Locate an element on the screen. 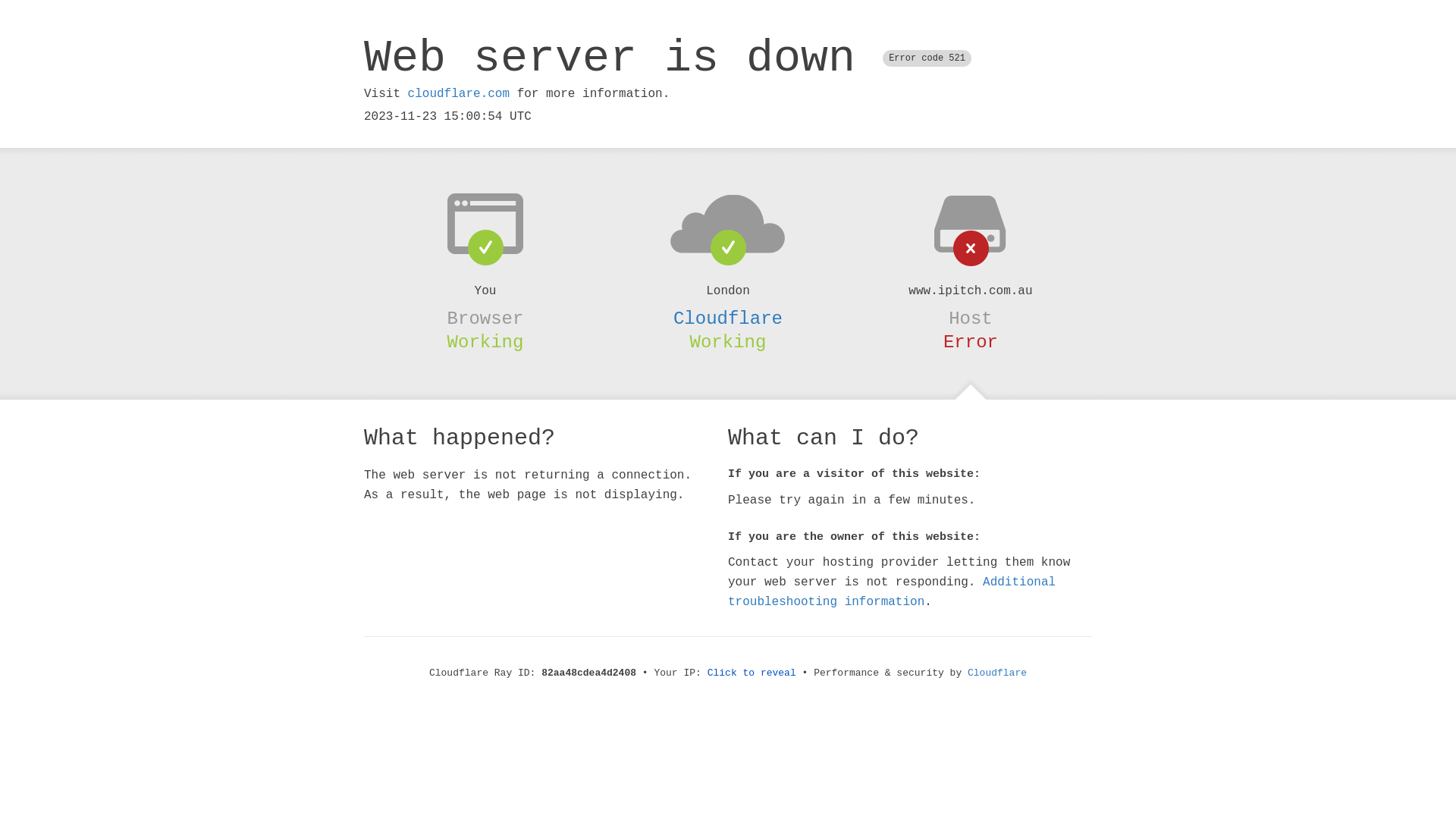 Image resolution: width=1456 pixels, height=819 pixels. 'Cloudflare' is located at coordinates (997, 672).